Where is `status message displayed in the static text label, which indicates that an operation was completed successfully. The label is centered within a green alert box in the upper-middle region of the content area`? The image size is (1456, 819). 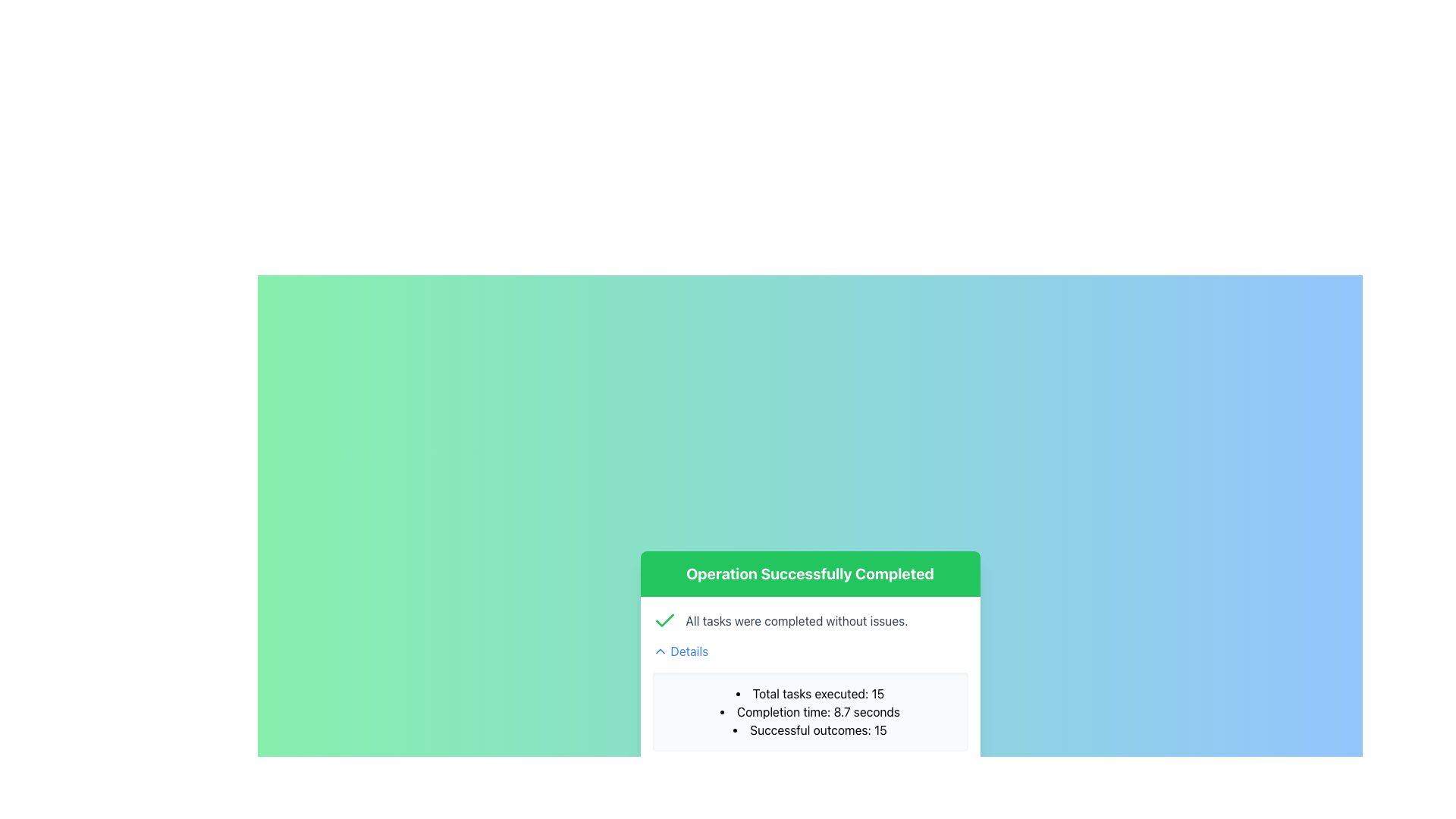
status message displayed in the static text label, which indicates that an operation was completed successfully. The label is centered within a green alert box in the upper-middle region of the content area is located at coordinates (809, 573).